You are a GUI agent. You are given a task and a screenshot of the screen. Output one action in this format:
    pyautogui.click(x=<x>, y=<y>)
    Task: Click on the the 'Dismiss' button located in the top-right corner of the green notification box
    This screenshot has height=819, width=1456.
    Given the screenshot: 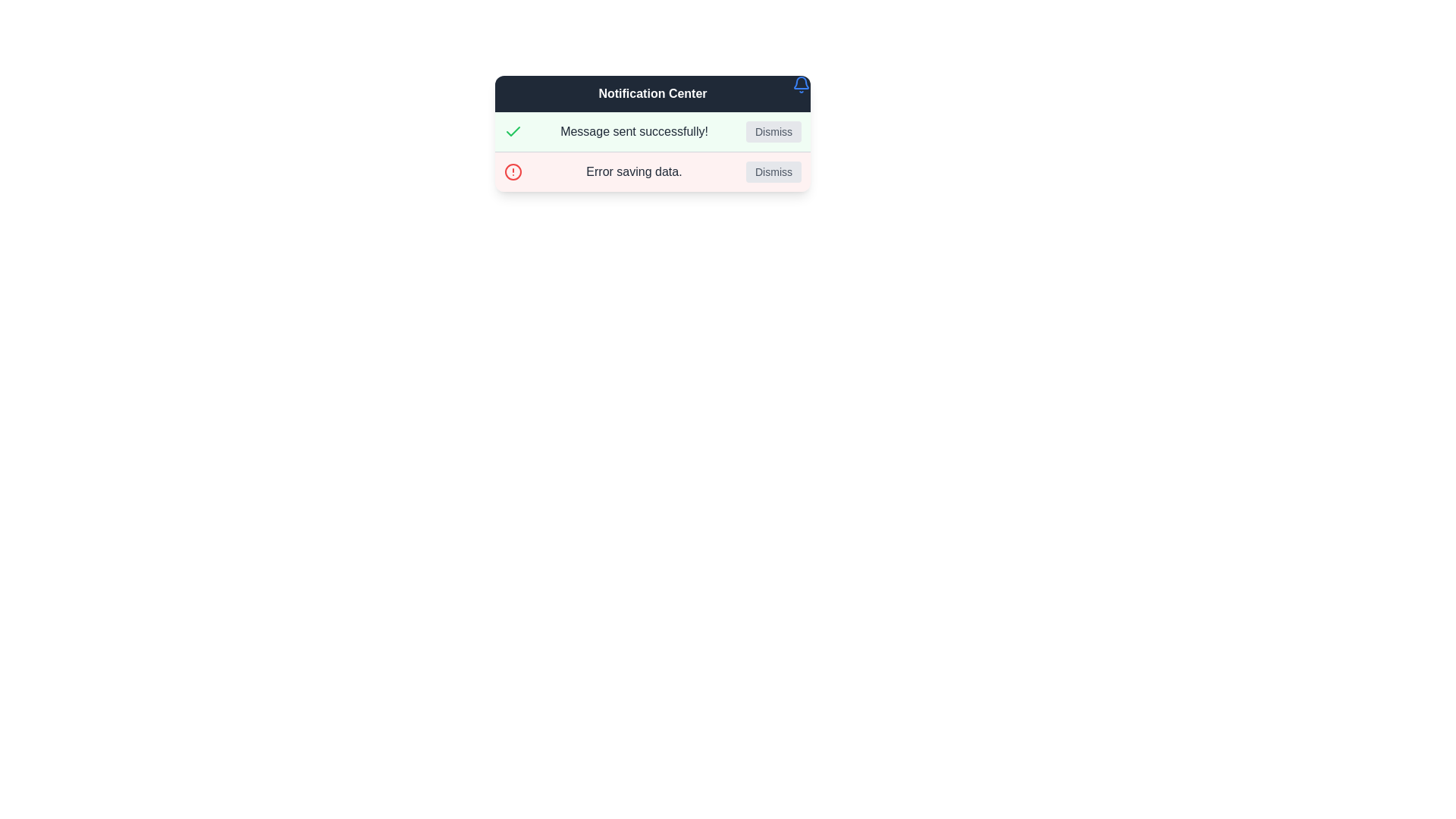 What is the action you would take?
    pyautogui.click(x=773, y=130)
    